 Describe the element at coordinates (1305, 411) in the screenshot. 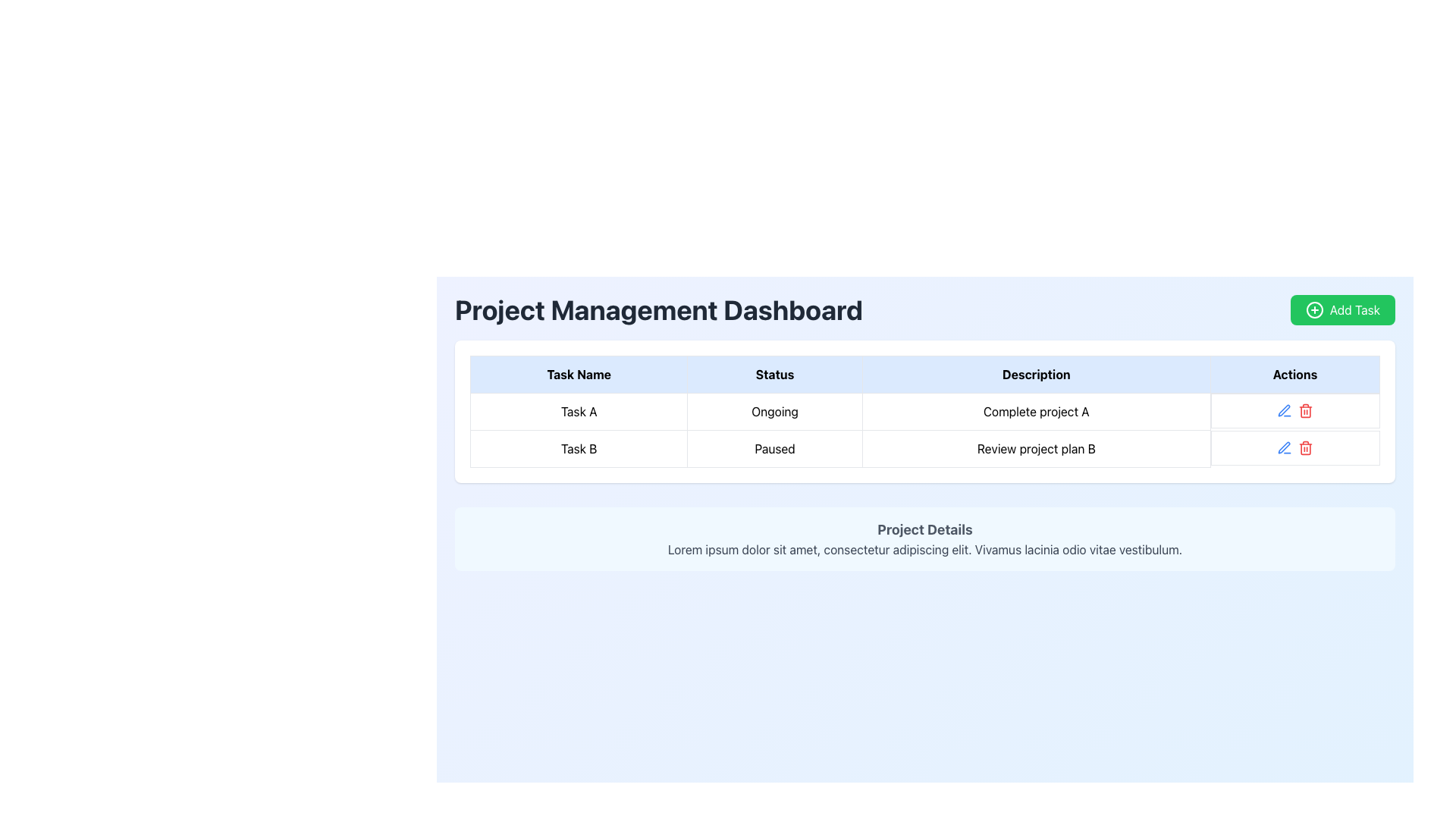

I see `the red trash can icon button in the Actions column of the second row for Task B` at that location.